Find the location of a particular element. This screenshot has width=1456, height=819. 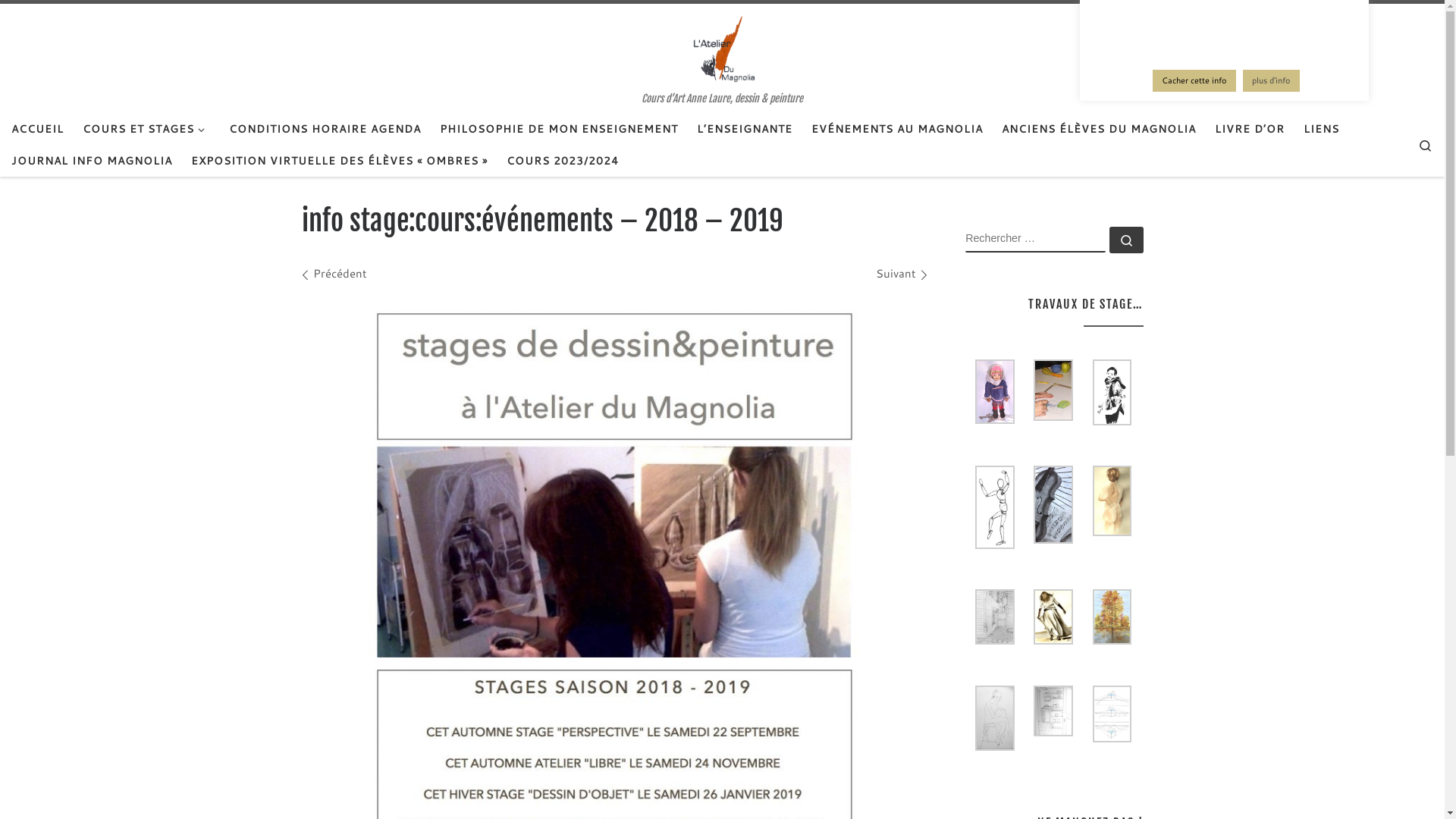

'Passer au contenu' is located at coordinates (3, 22).